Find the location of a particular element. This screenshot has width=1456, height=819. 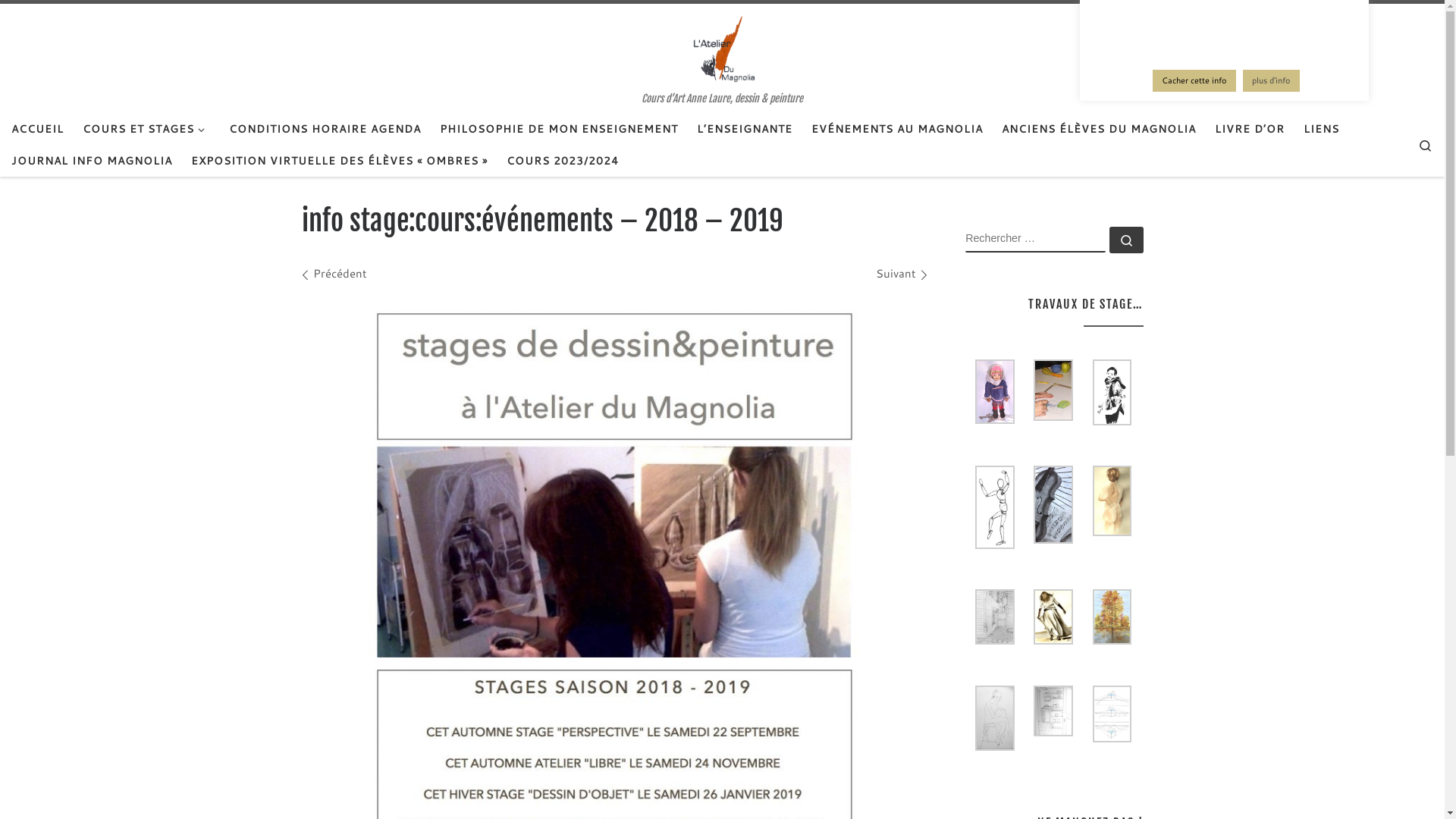

'Passer au contenu' is located at coordinates (3, 22).